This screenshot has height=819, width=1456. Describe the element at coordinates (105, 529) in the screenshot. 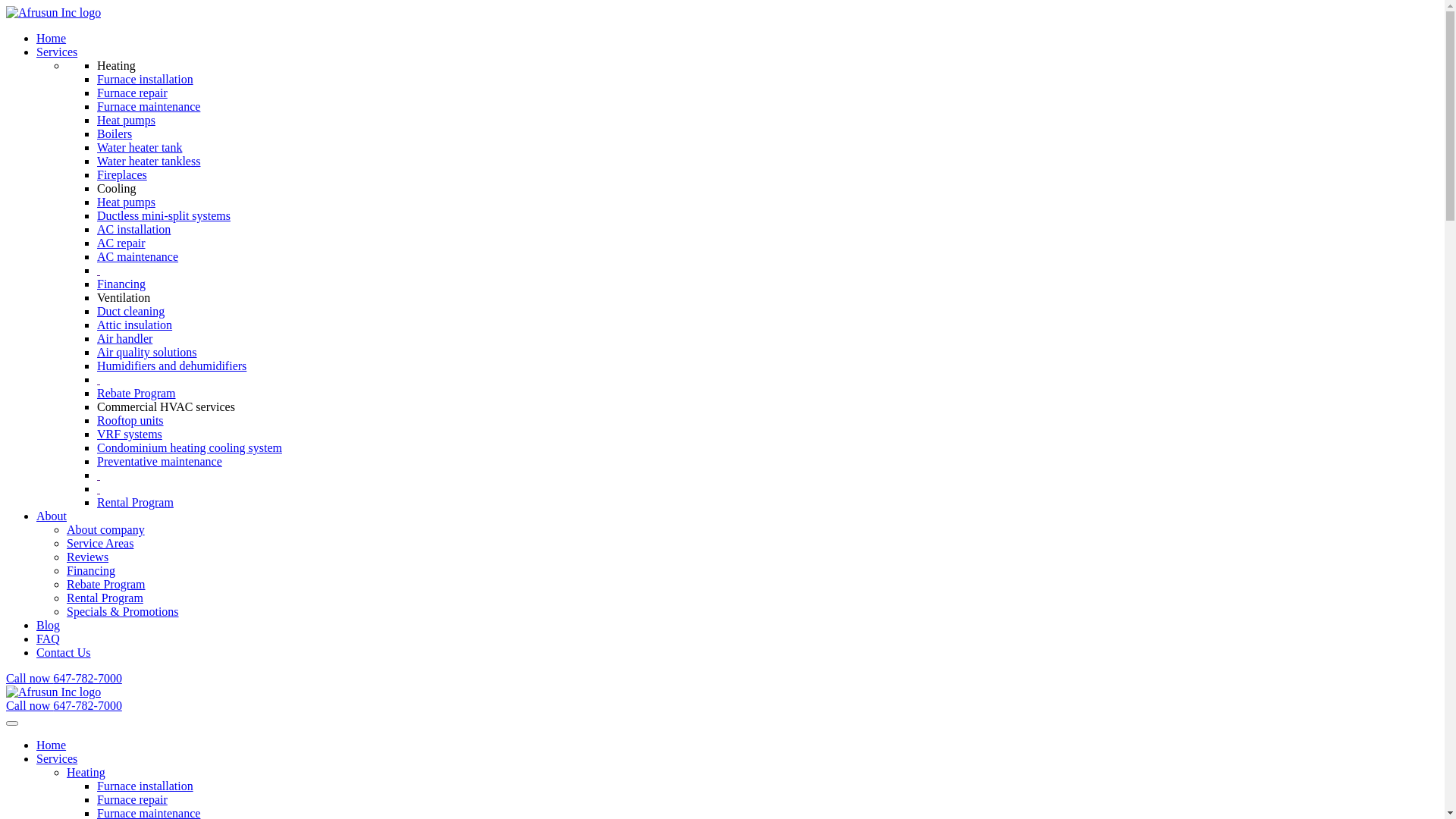

I see `'About company'` at that location.